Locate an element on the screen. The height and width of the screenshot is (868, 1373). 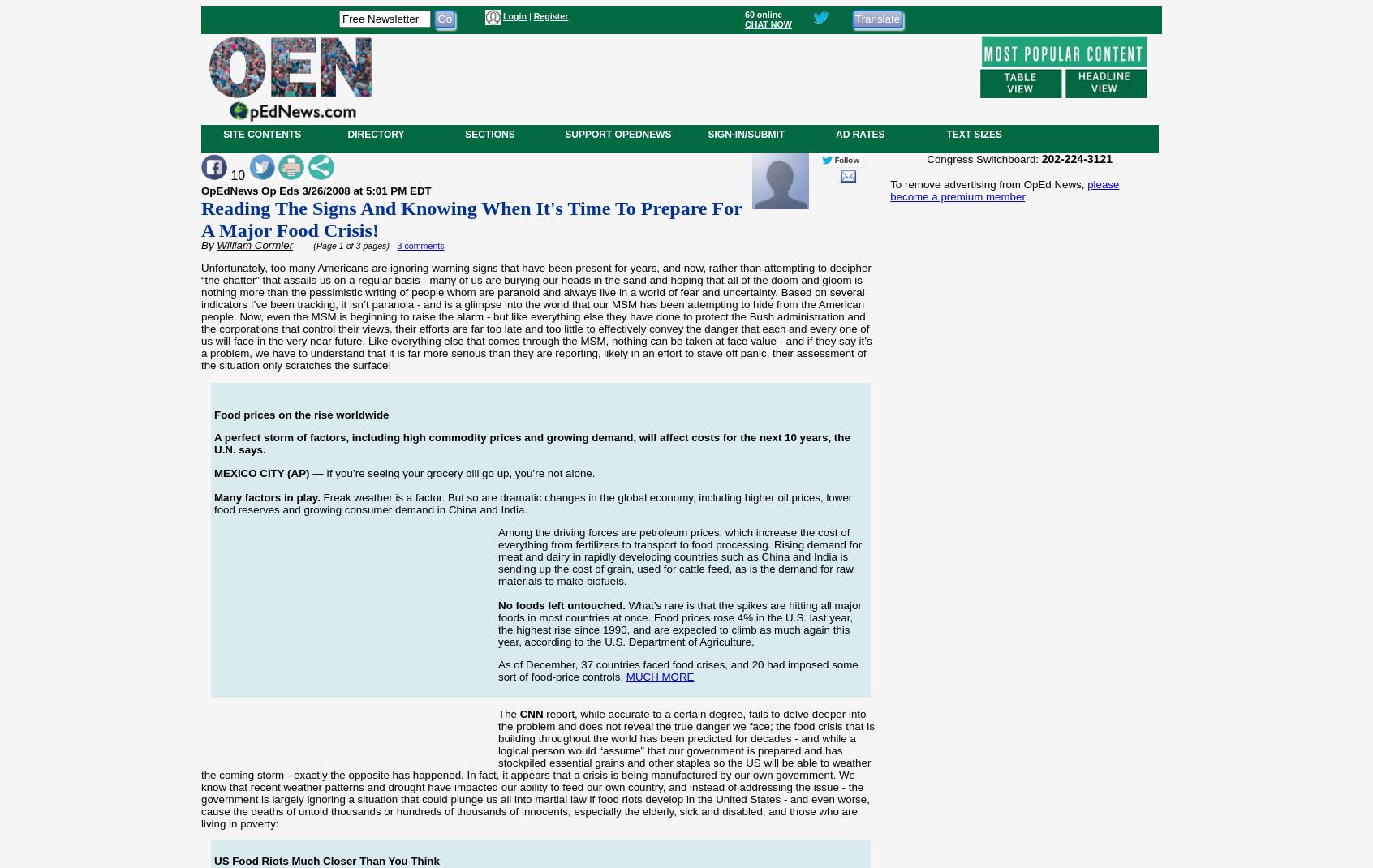
'William  Cormier' is located at coordinates (254, 244).